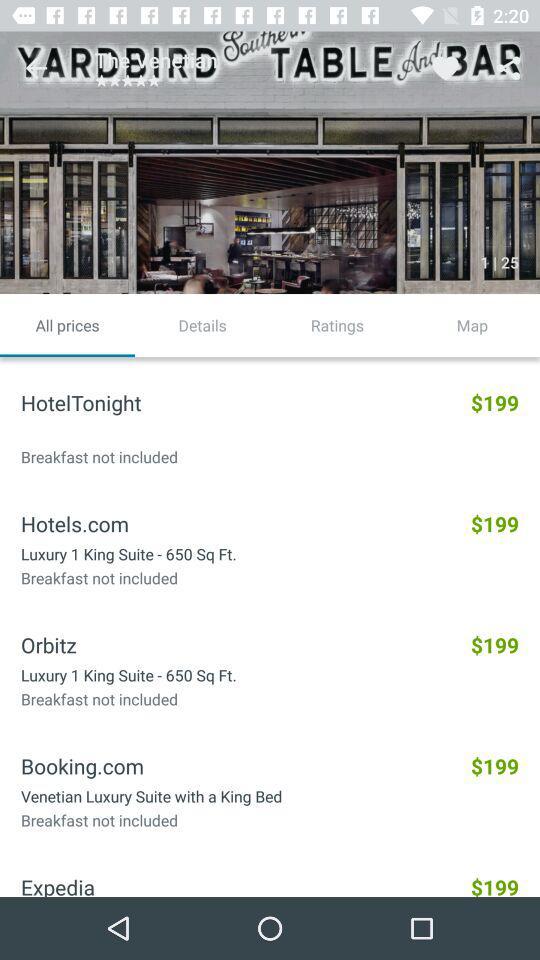 The width and height of the screenshot is (540, 960). What do you see at coordinates (202, 325) in the screenshot?
I see `the item to the left of the ratings` at bounding box center [202, 325].